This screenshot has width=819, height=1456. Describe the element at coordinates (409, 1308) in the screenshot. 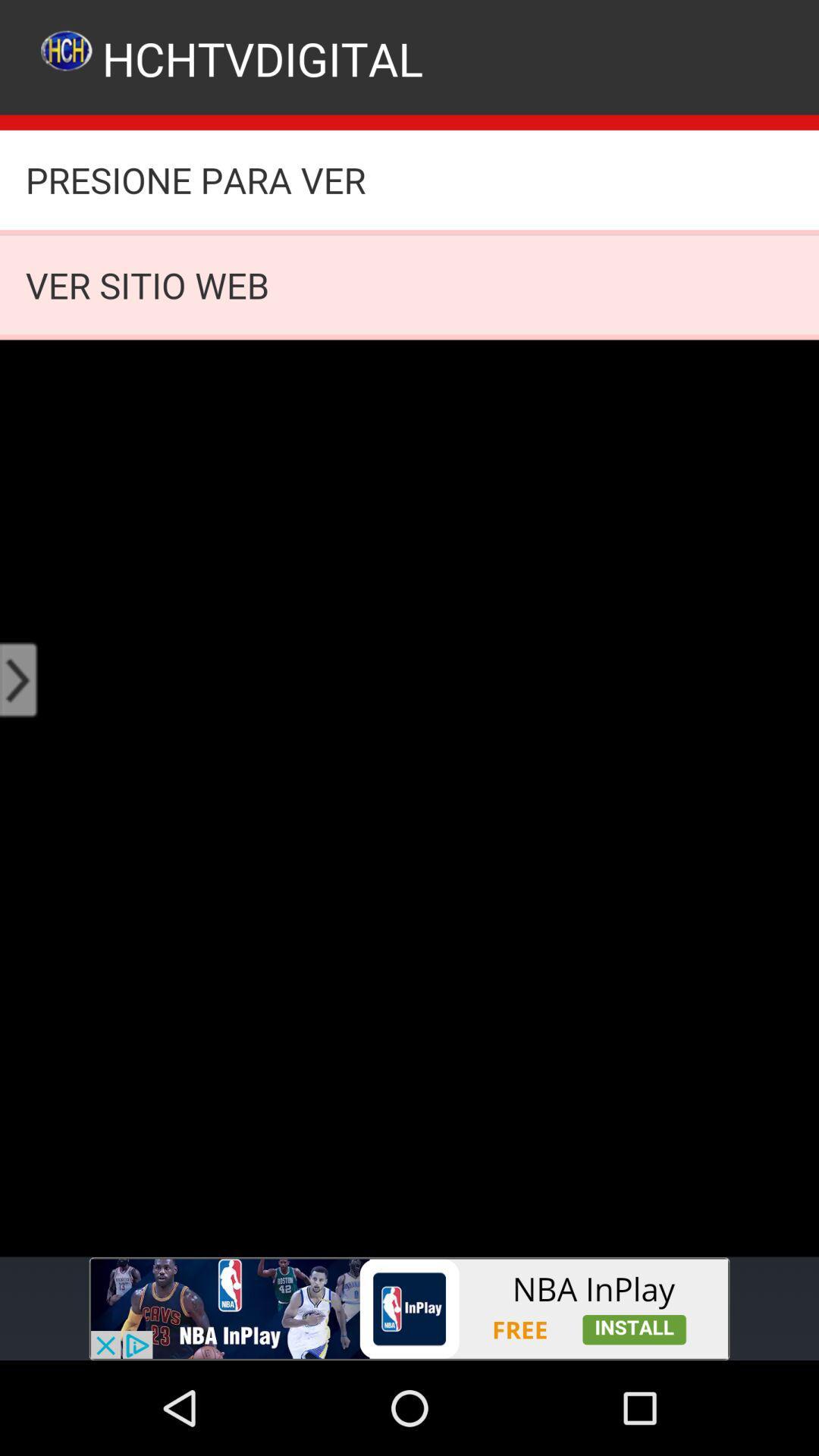

I see `the advertisement` at that location.